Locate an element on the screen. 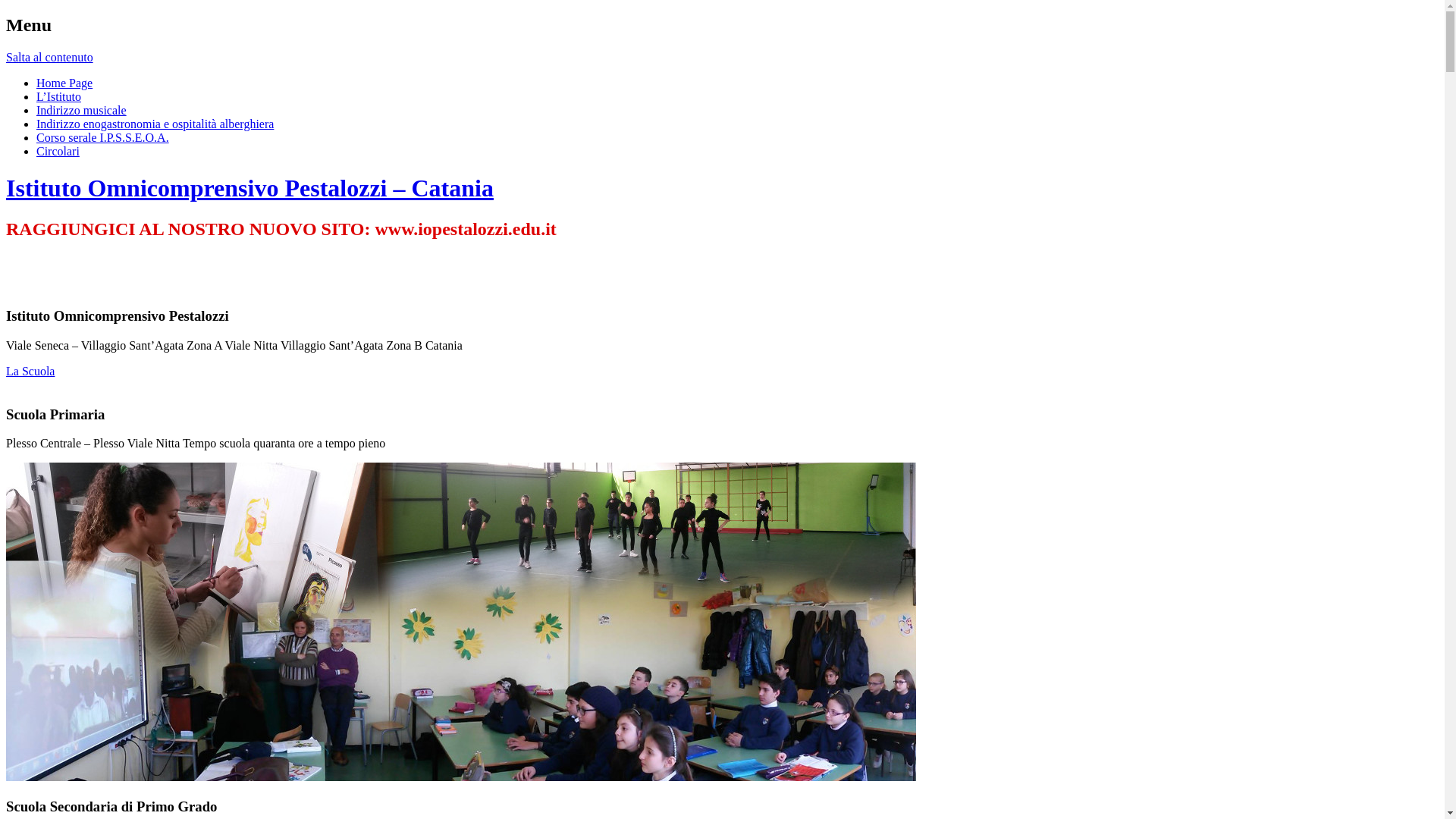  'La Scuola' is located at coordinates (30, 371).